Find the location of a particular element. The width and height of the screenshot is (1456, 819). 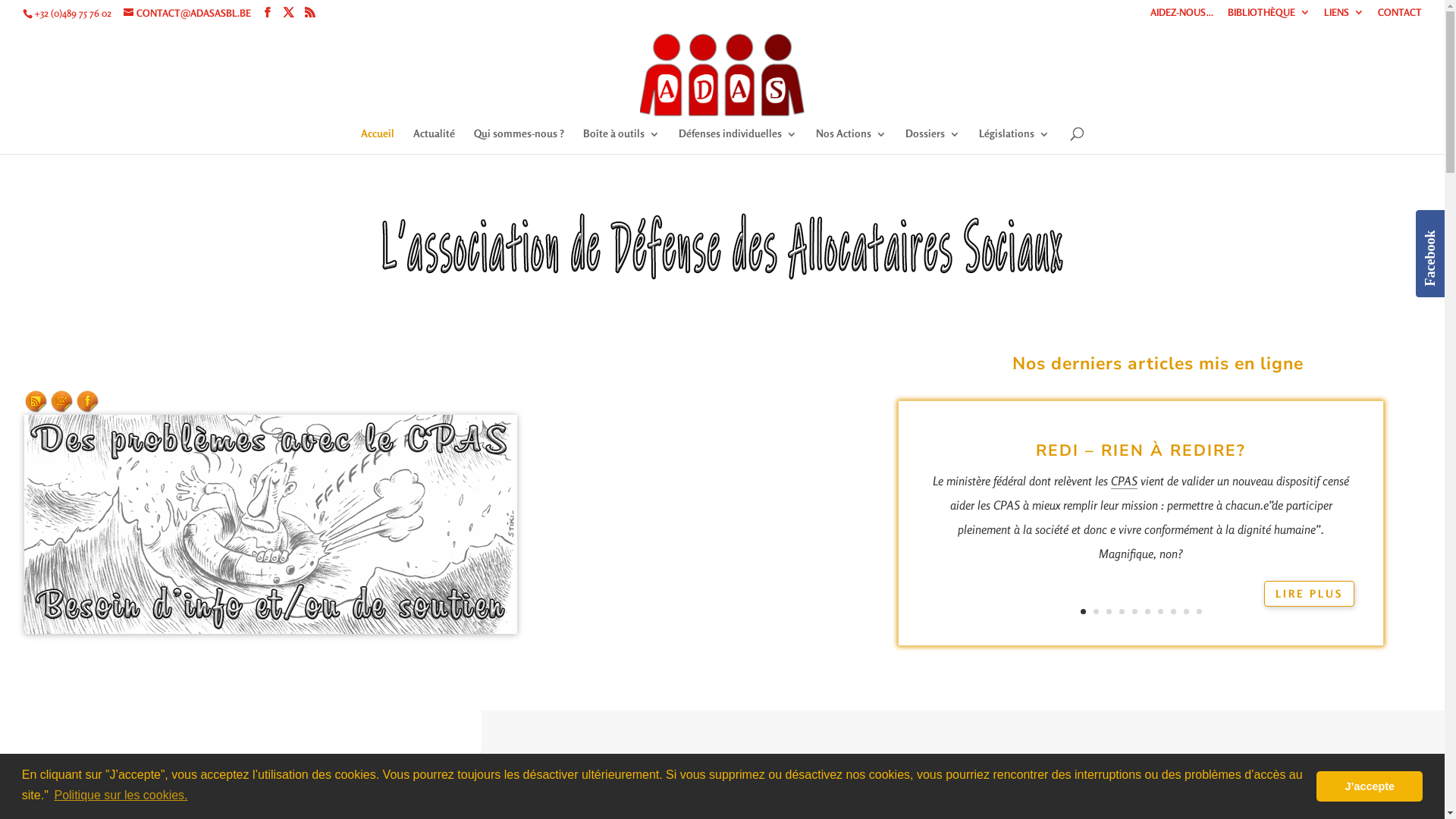

'CONTACT@ADASASBL.BE' is located at coordinates (186, 12).